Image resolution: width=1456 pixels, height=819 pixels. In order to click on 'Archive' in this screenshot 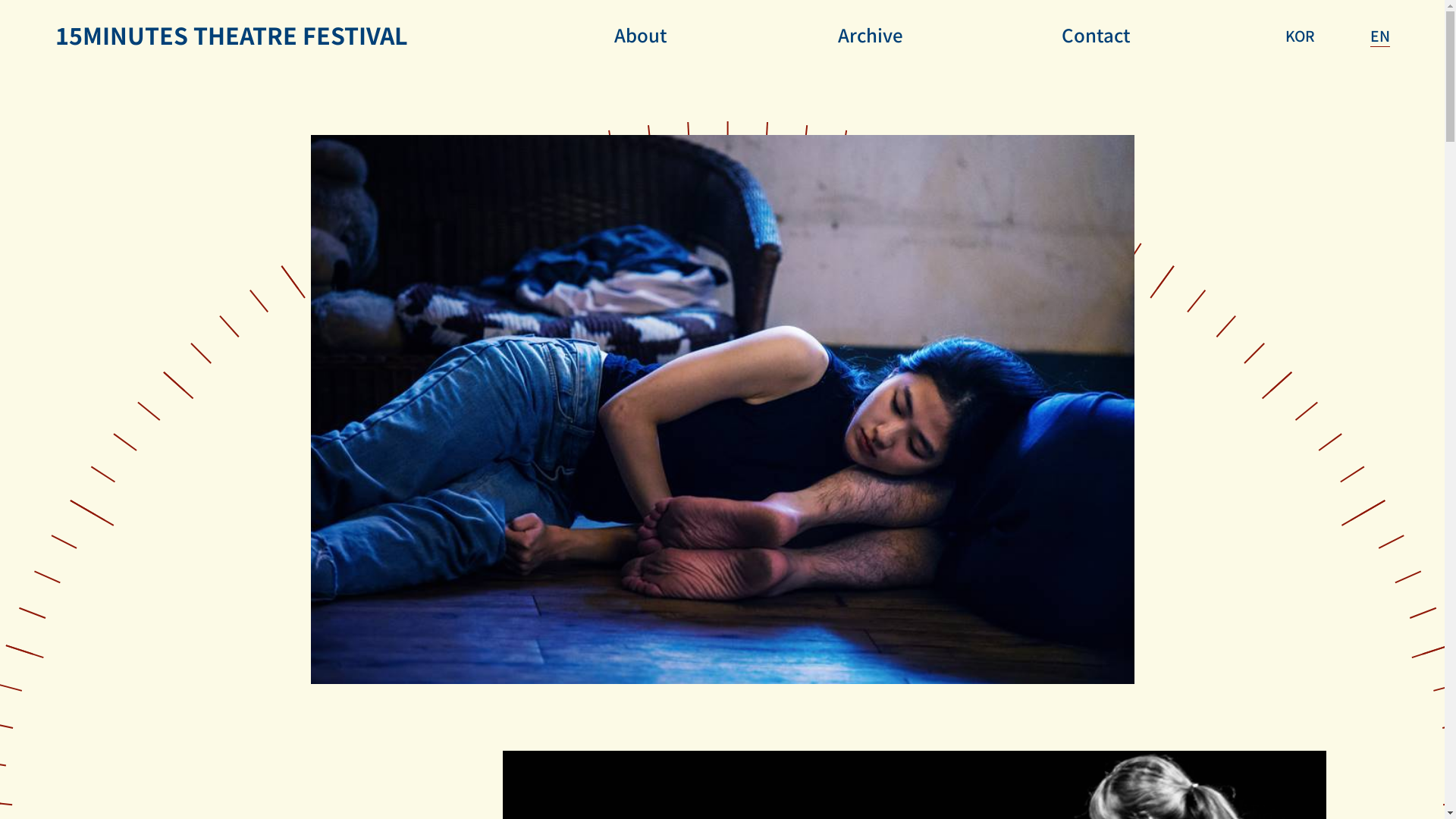, I will do `click(870, 34)`.